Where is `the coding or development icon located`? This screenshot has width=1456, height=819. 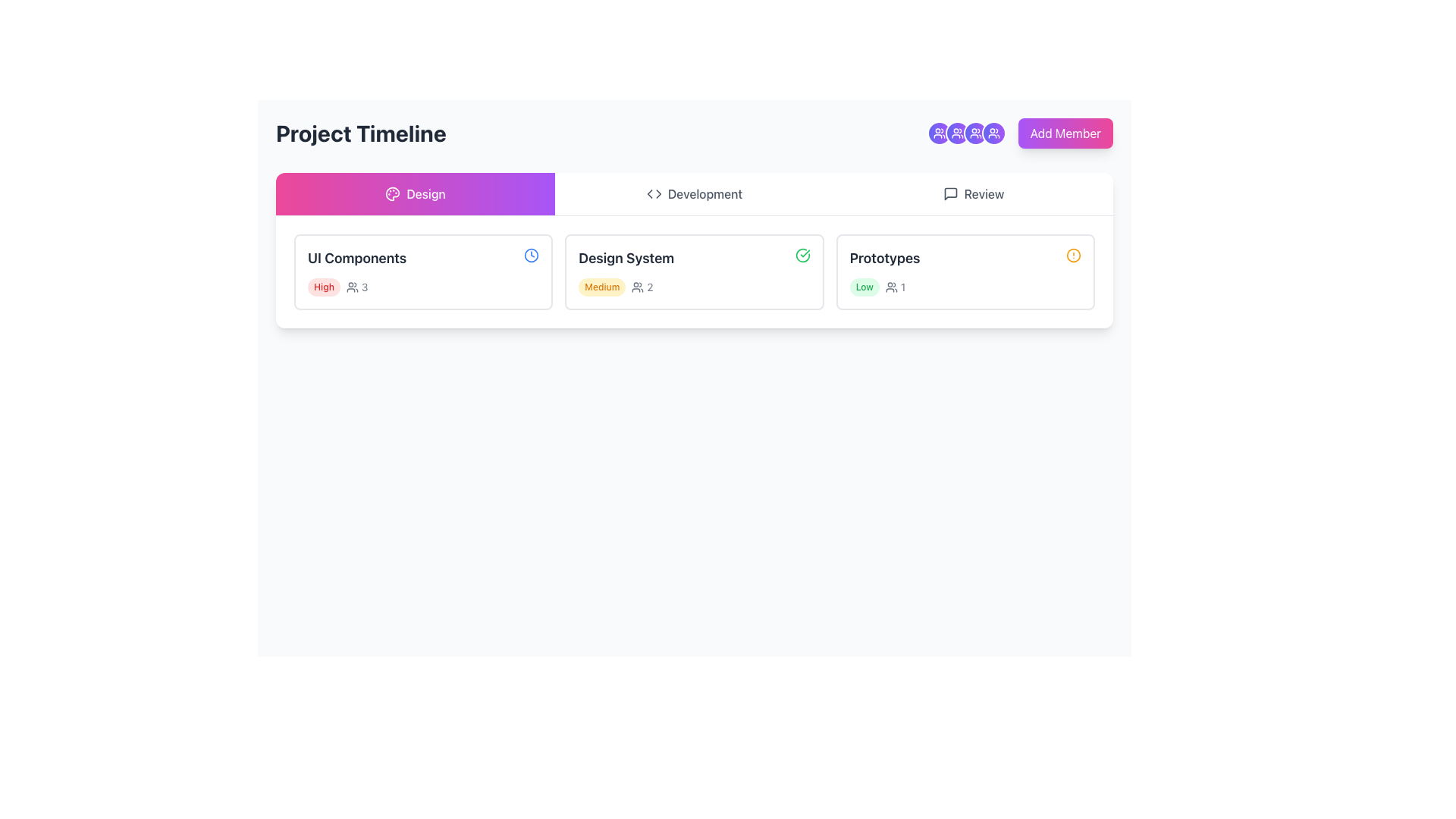 the coding or development icon located is located at coordinates (654, 193).